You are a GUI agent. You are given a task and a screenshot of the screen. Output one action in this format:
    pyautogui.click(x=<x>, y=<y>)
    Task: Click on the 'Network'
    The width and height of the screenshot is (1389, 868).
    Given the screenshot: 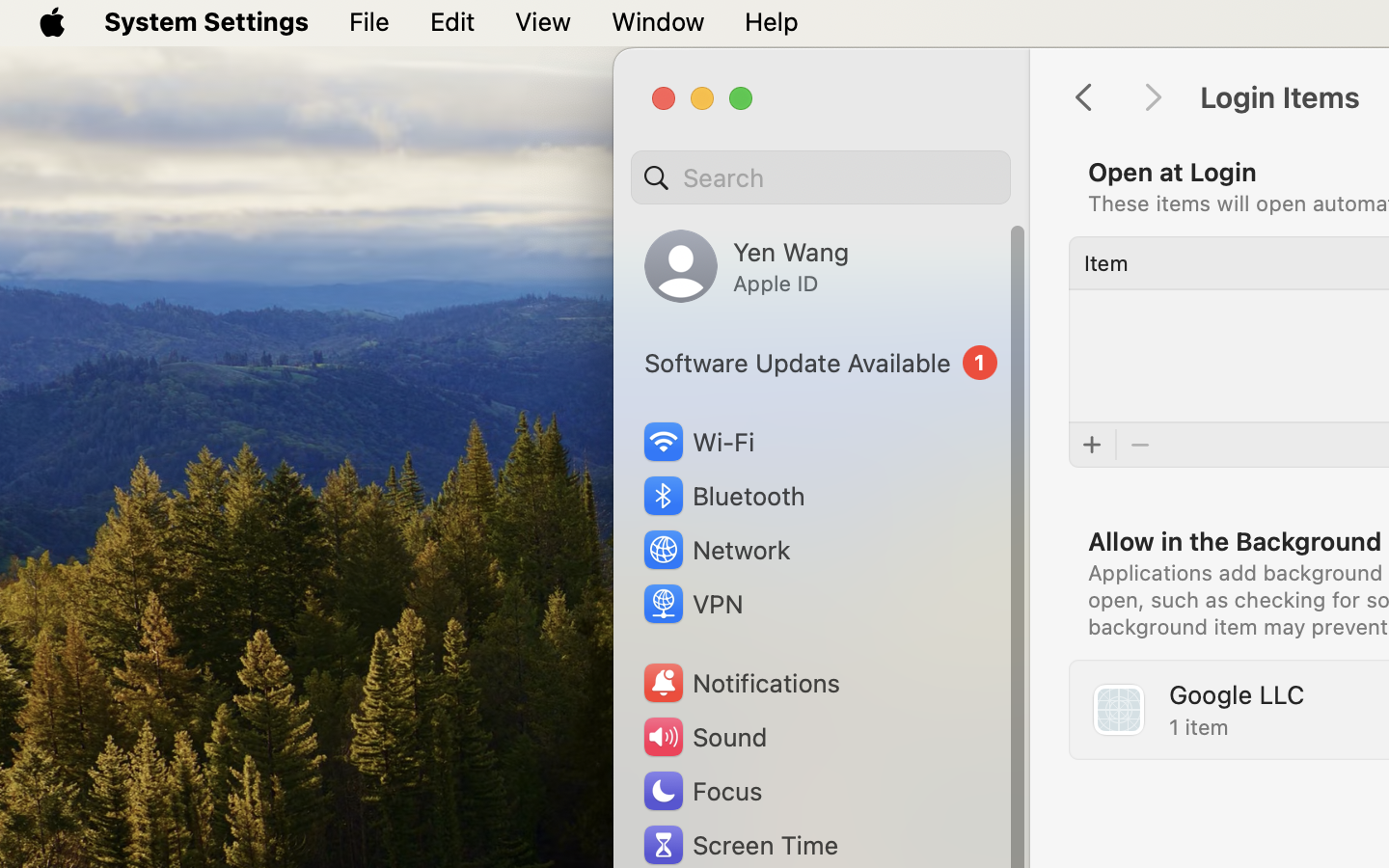 What is the action you would take?
    pyautogui.click(x=715, y=549)
    